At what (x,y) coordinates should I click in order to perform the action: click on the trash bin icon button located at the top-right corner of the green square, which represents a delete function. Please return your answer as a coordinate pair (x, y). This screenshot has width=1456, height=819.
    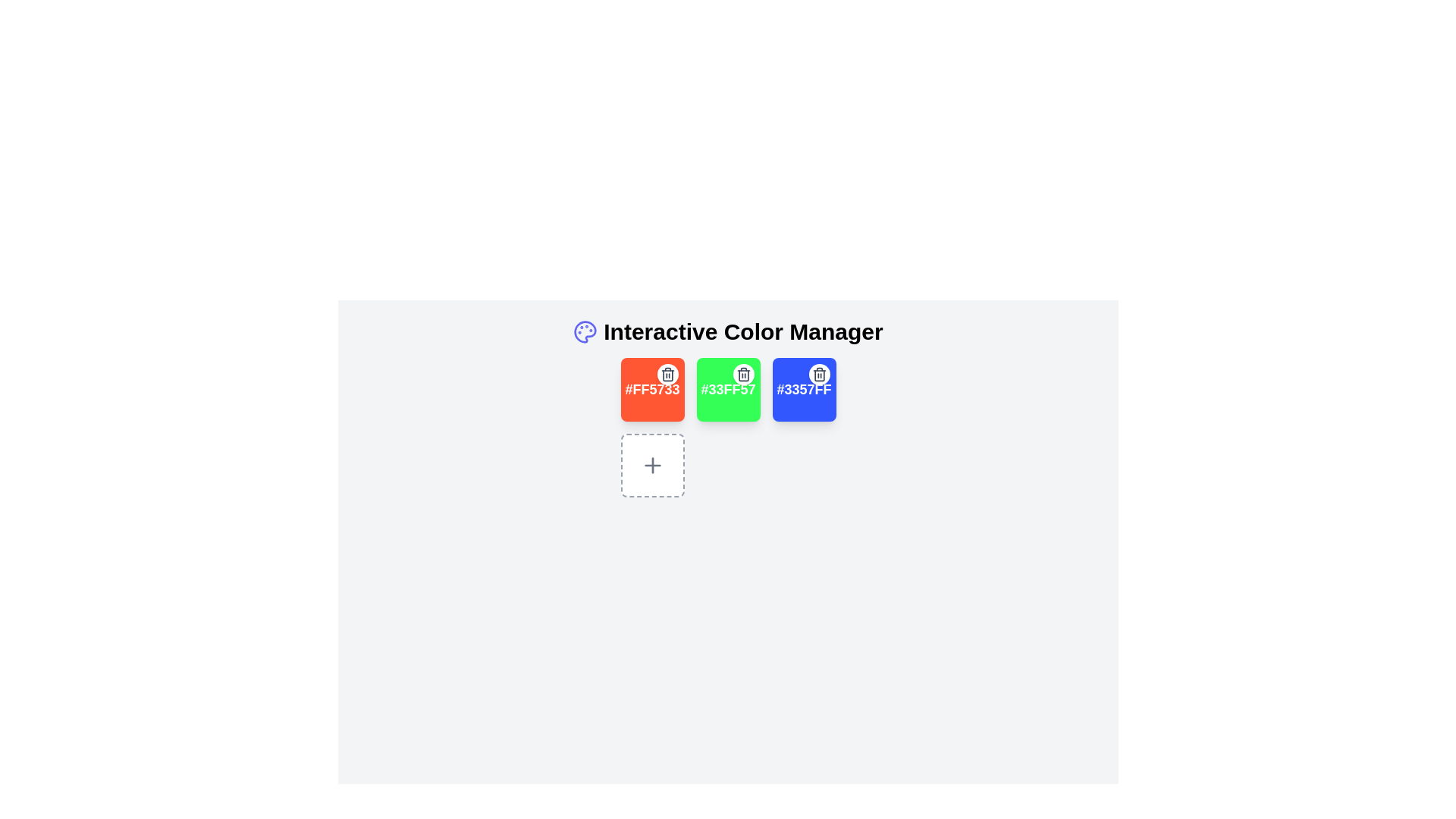
    Looking at the image, I should click on (743, 374).